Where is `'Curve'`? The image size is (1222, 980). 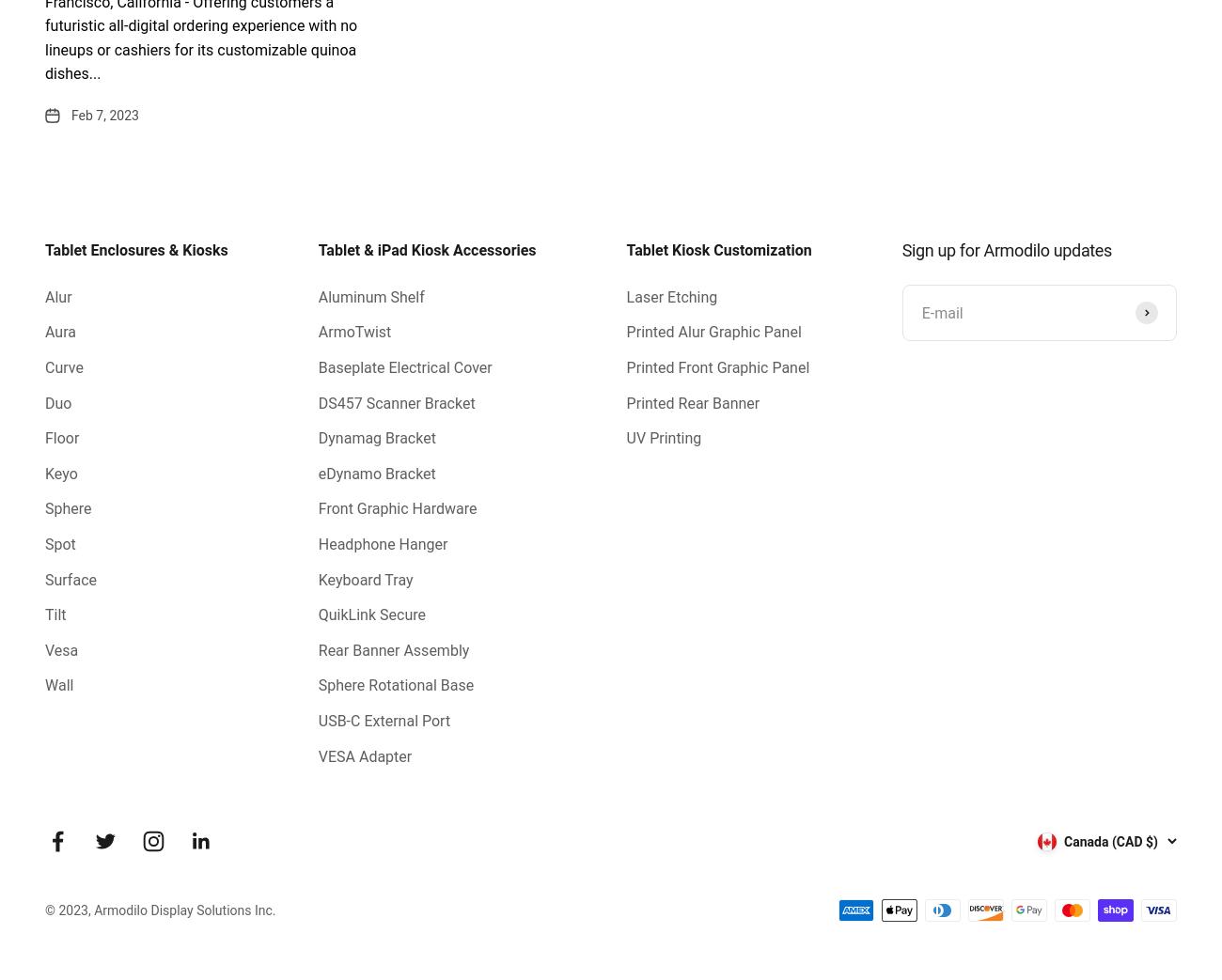
'Curve' is located at coordinates (63, 367).